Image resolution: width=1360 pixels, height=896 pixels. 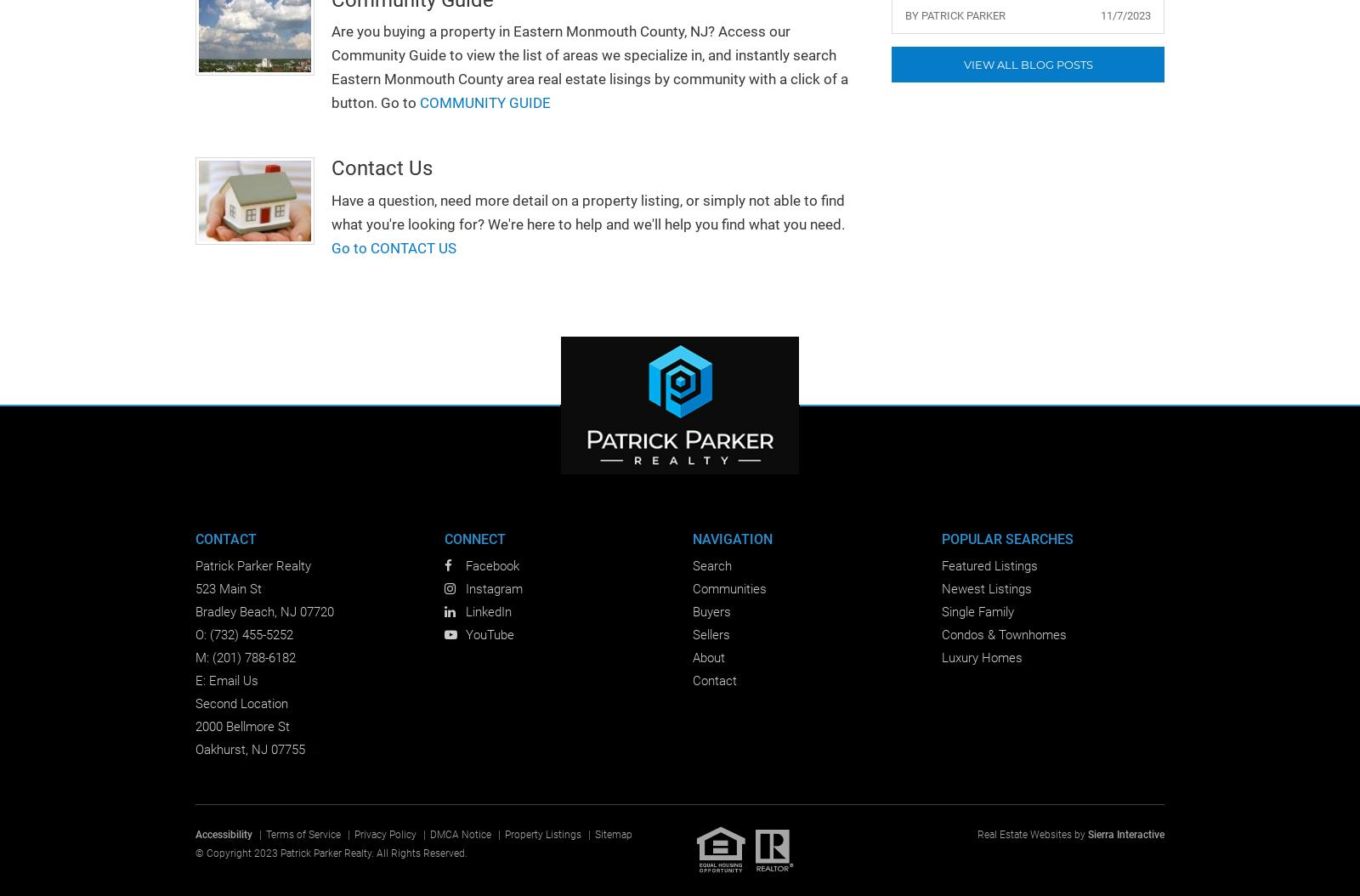 I want to click on 'Second Location', so click(x=241, y=703).